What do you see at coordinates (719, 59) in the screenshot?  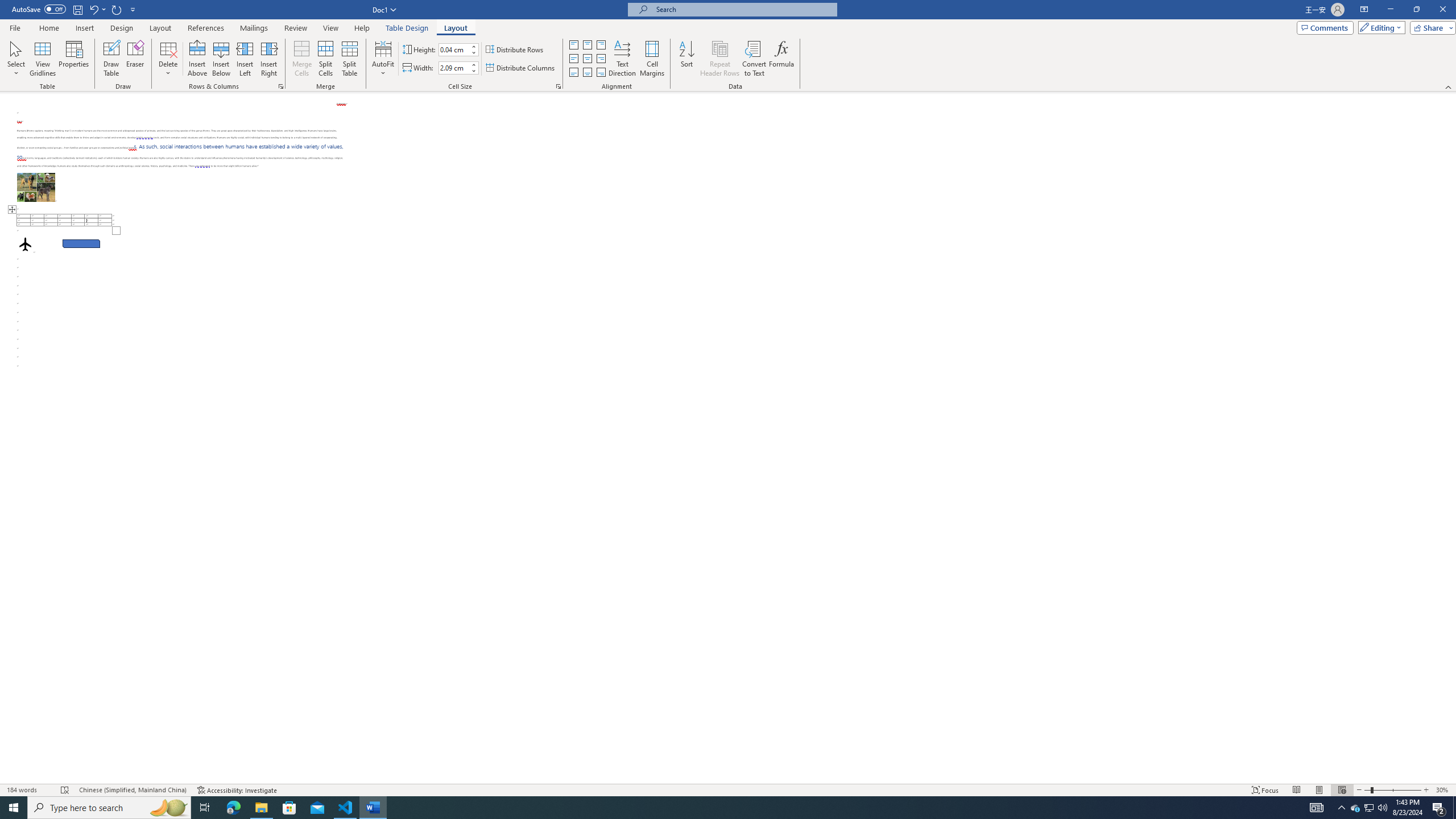 I see `'Repeat Header Rows'` at bounding box center [719, 59].